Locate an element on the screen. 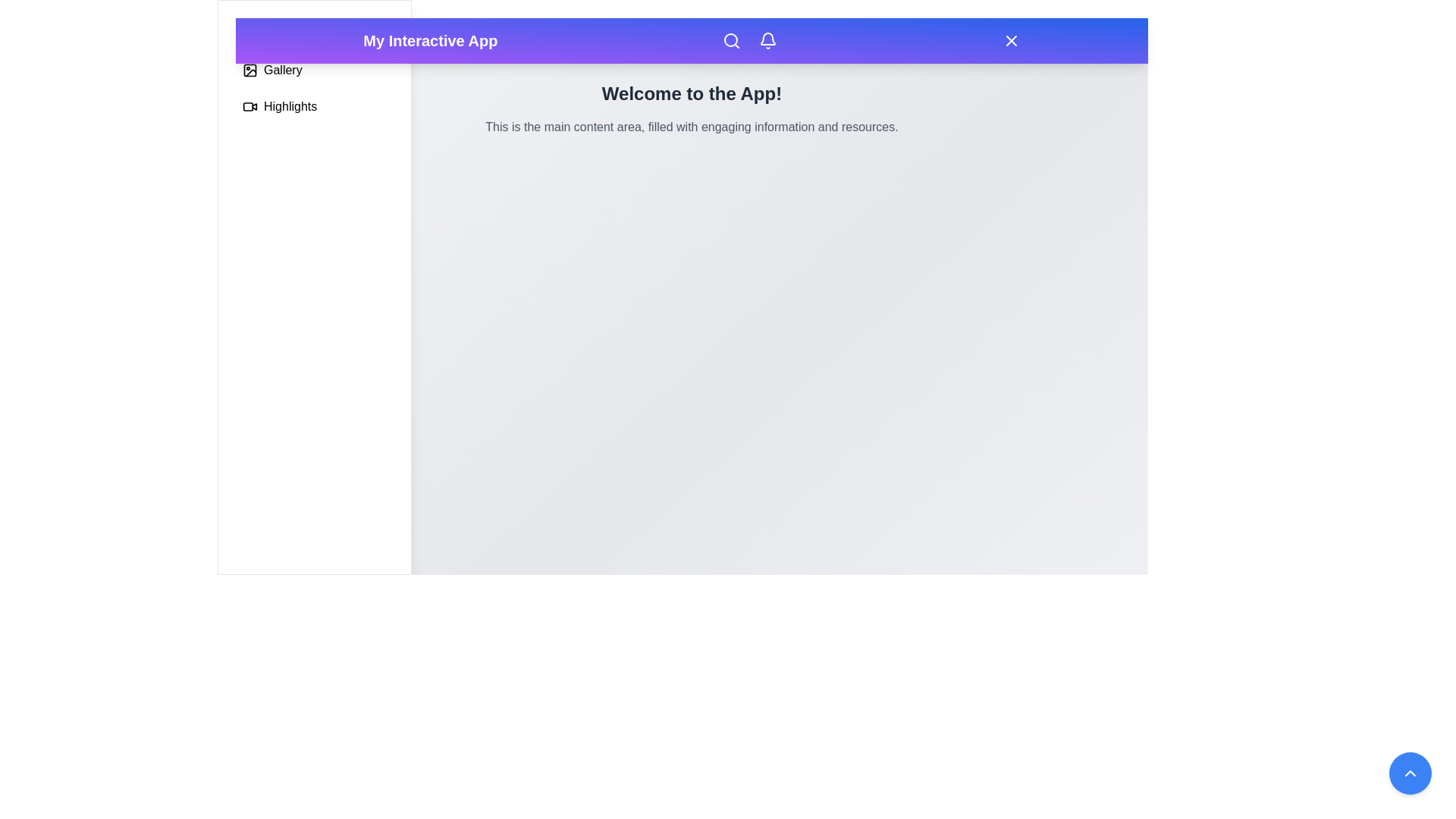 This screenshot has height=819, width=1456. the close button located at the far right of the header bar to potentially see a tooltip is located at coordinates (1011, 40).